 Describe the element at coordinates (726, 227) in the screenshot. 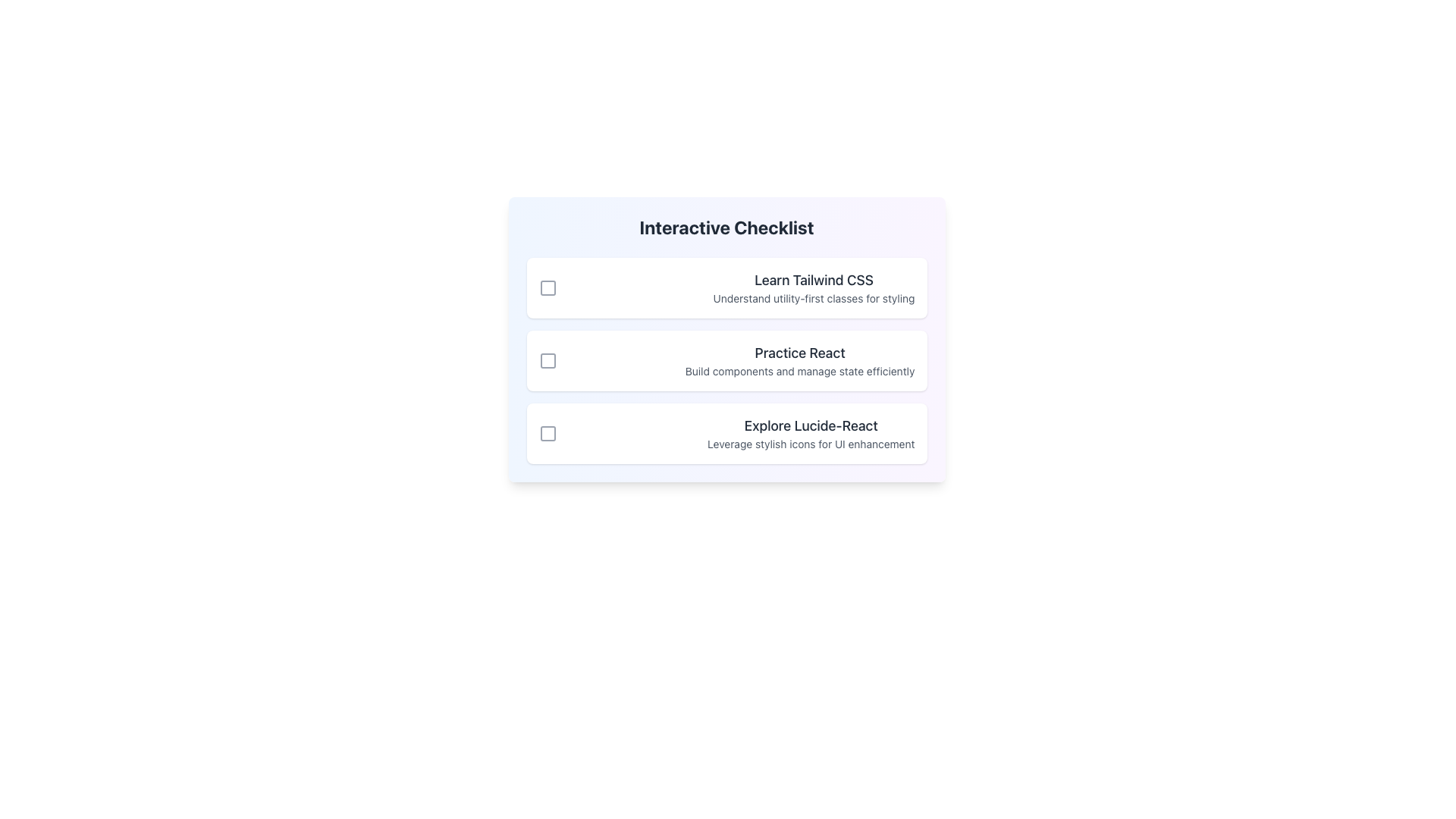

I see `title text located at the top of the checklist card, which provides context for the items listed below` at that location.